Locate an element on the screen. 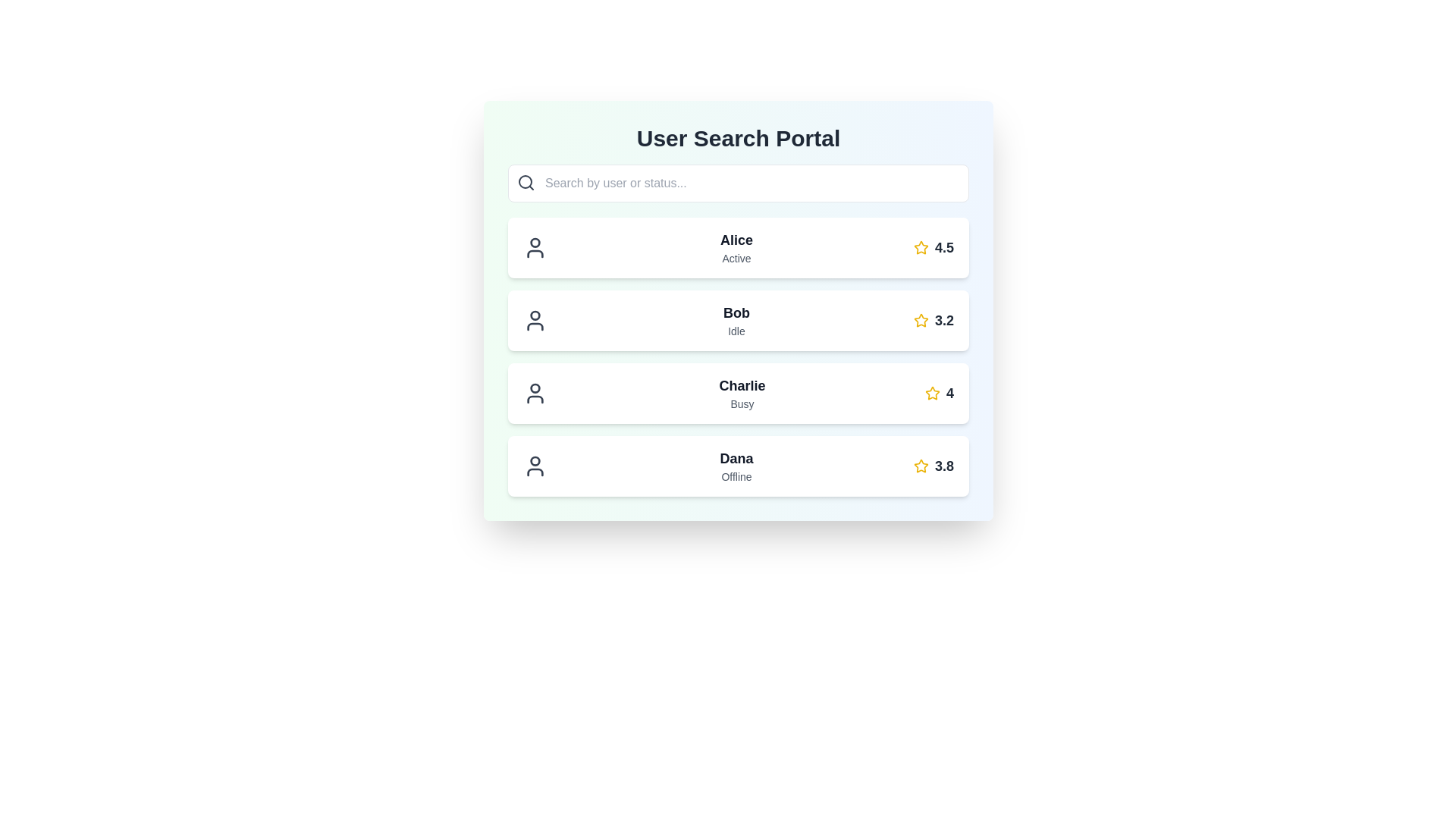  the bold, large-sized text reading 'Bob' is located at coordinates (736, 312).